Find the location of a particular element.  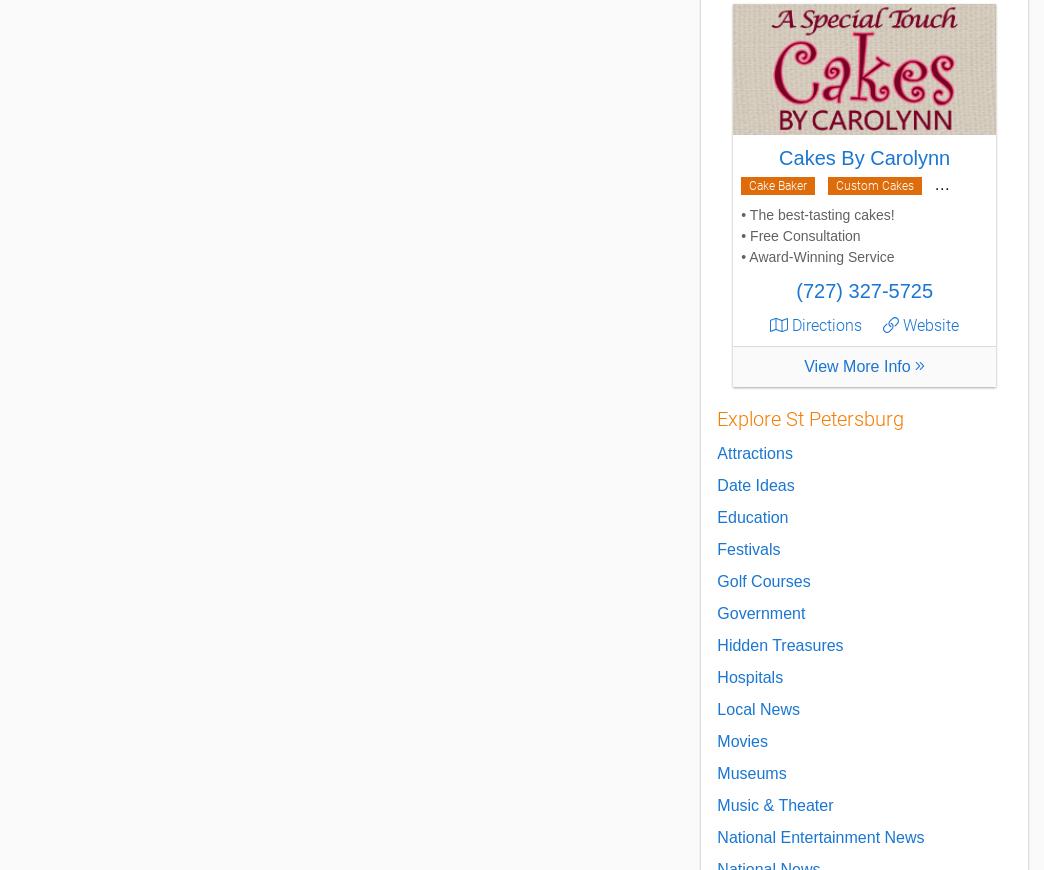

'Music & Theater' is located at coordinates (716, 805).